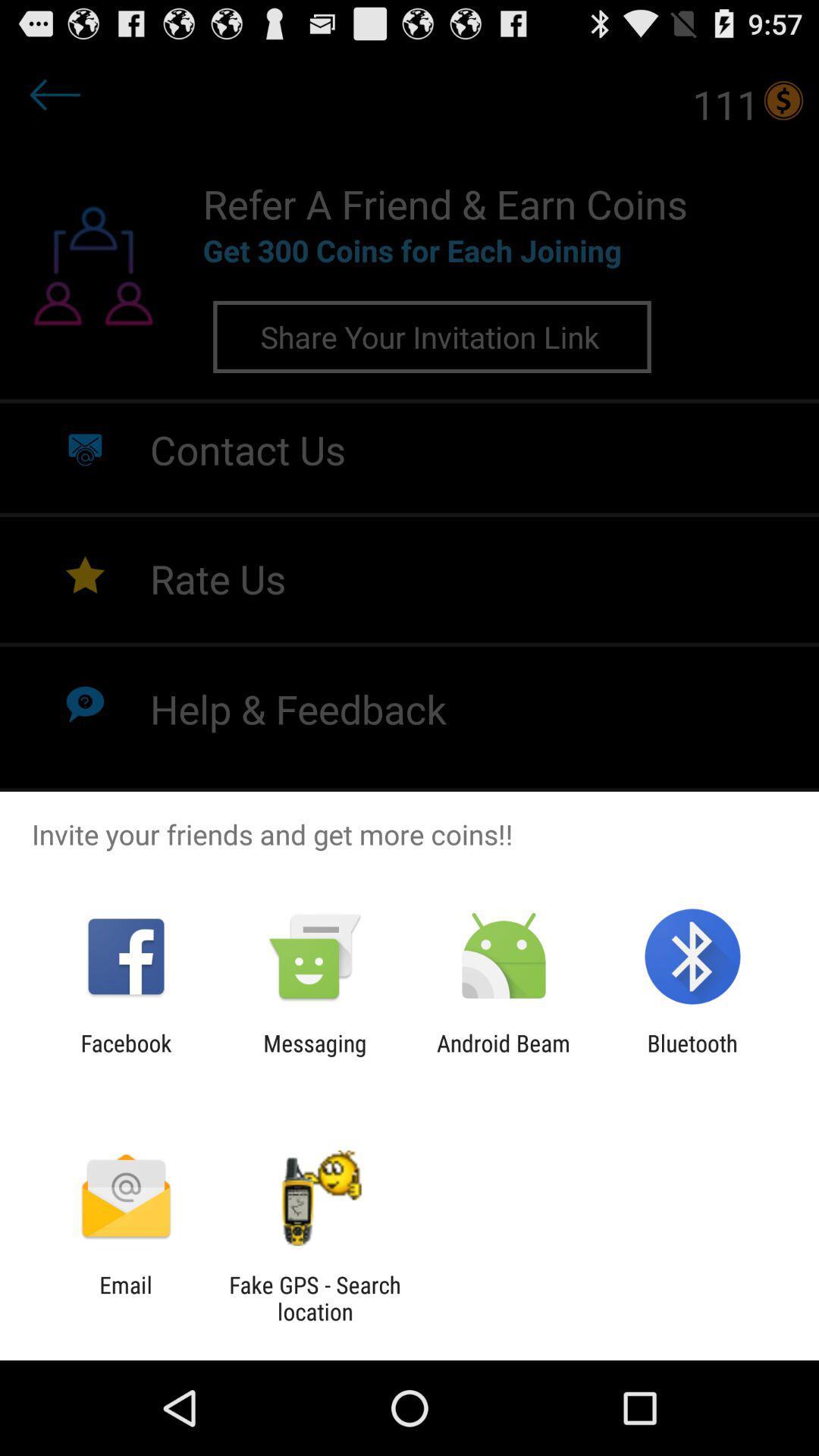  I want to click on the email icon, so click(125, 1298).